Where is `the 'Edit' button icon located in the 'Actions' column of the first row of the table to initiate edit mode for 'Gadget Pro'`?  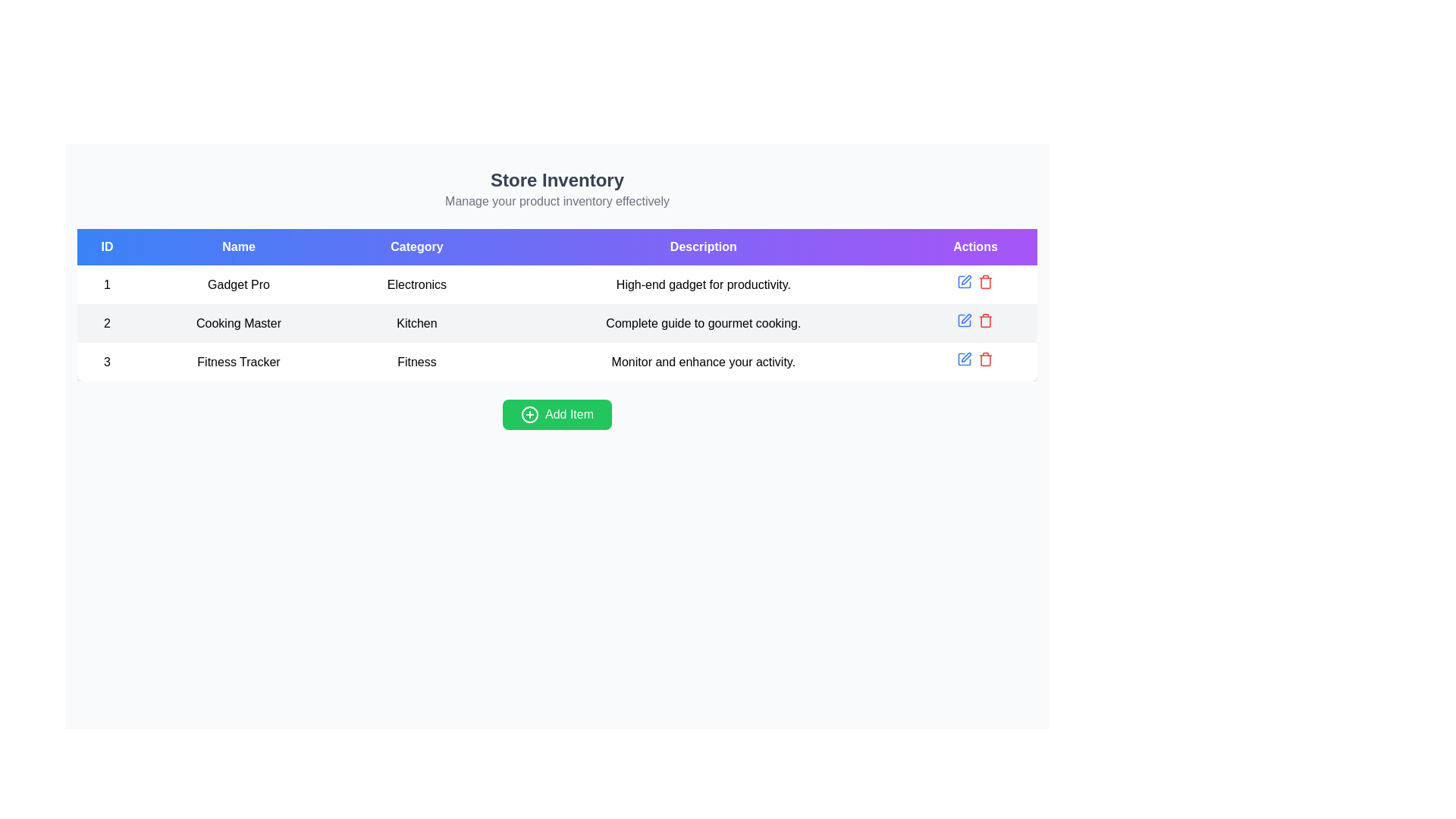 the 'Edit' button icon located in the 'Actions' column of the first row of the table to initiate edit mode for 'Gadget Pro' is located at coordinates (964, 281).